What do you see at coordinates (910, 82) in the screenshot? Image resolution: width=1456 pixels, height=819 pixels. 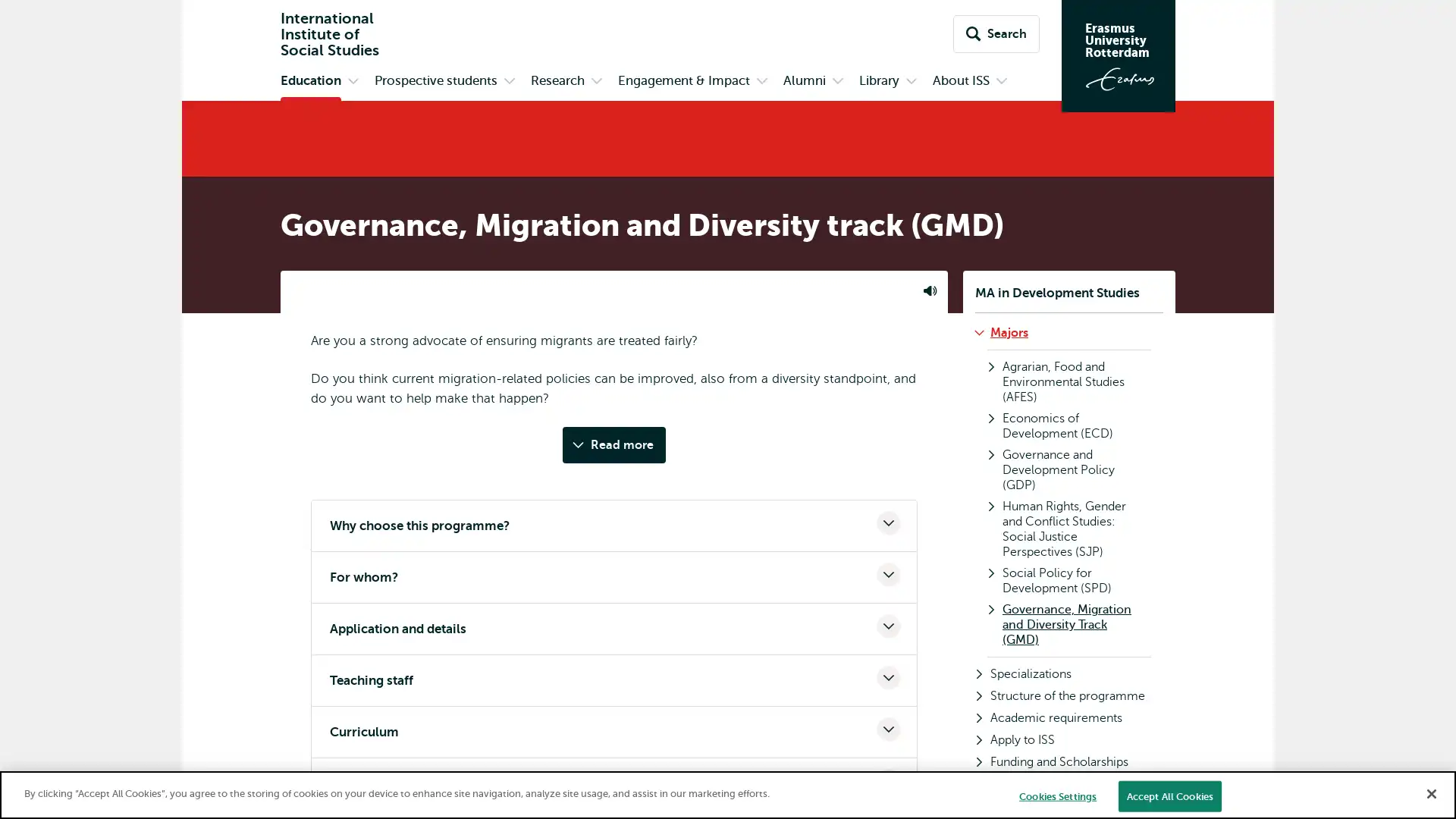 I see `Open submenu` at bounding box center [910, 82].